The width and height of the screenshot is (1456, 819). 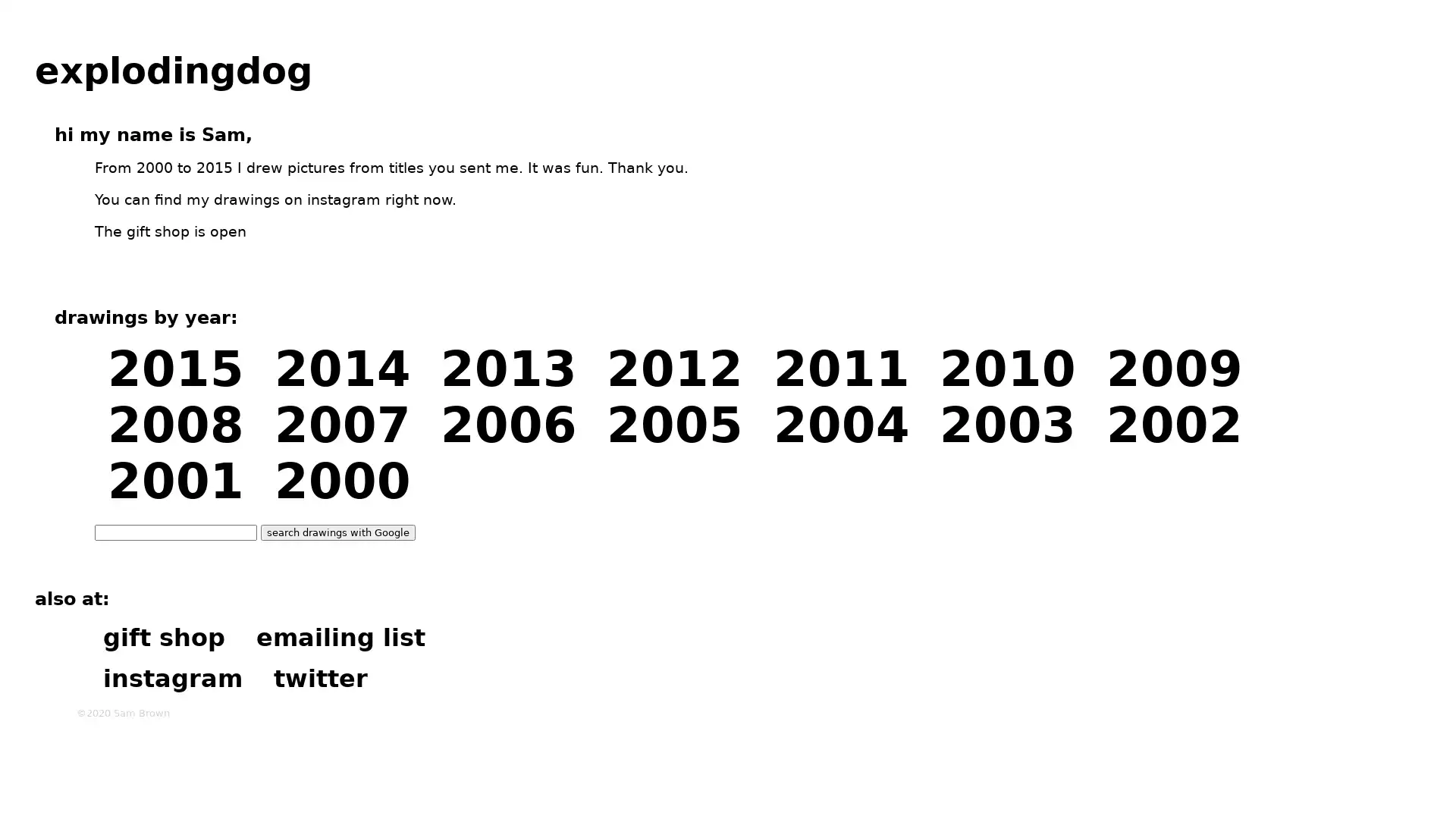 I want to click on search drawings with Google, so click(x=337, y=531).